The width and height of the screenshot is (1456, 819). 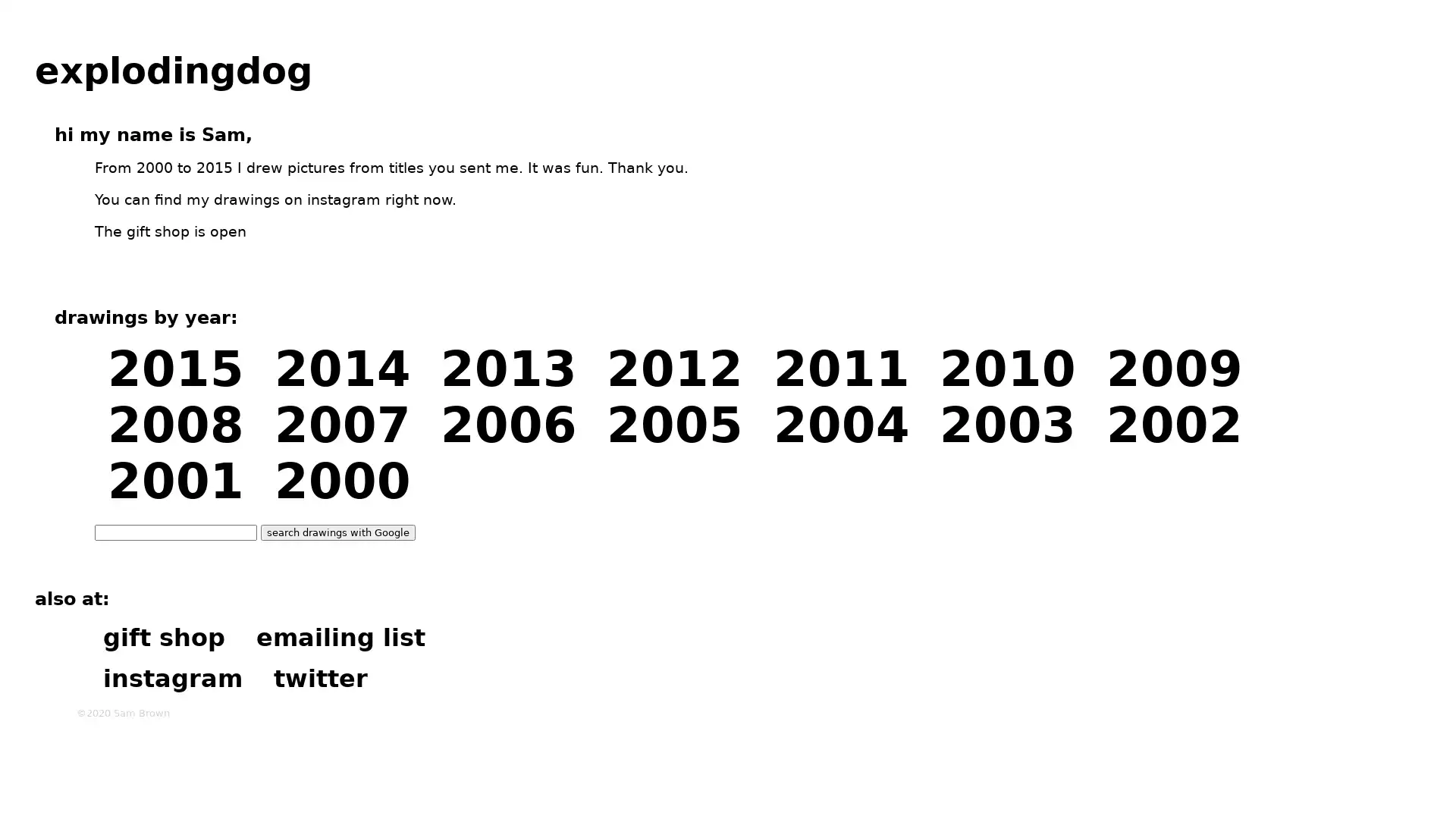 I want to click on search drawings with Google, so click(x=337, y=531).